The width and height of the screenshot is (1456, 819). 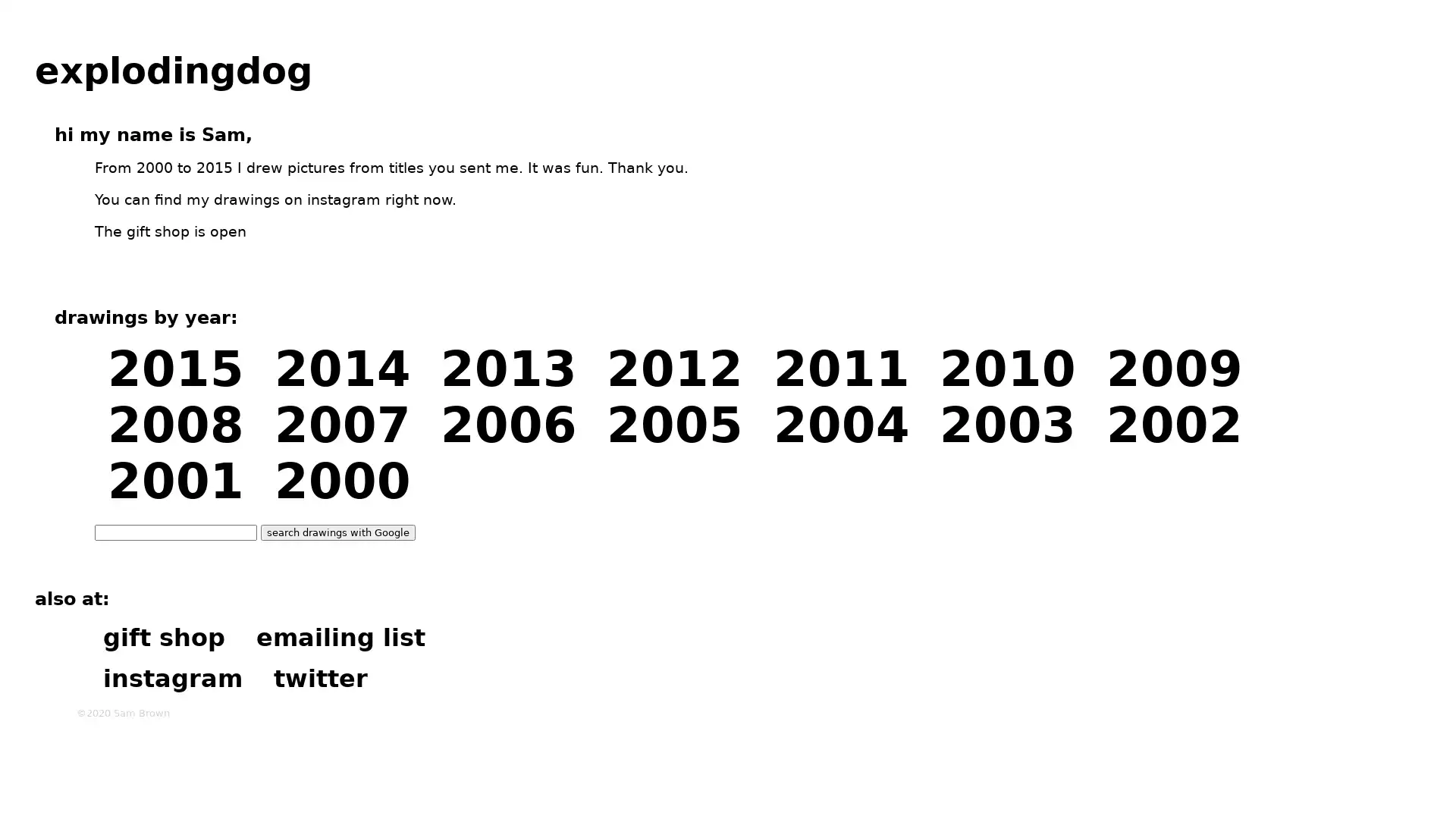 I want to click on search drawings with Google, so click(x=337, y=531).